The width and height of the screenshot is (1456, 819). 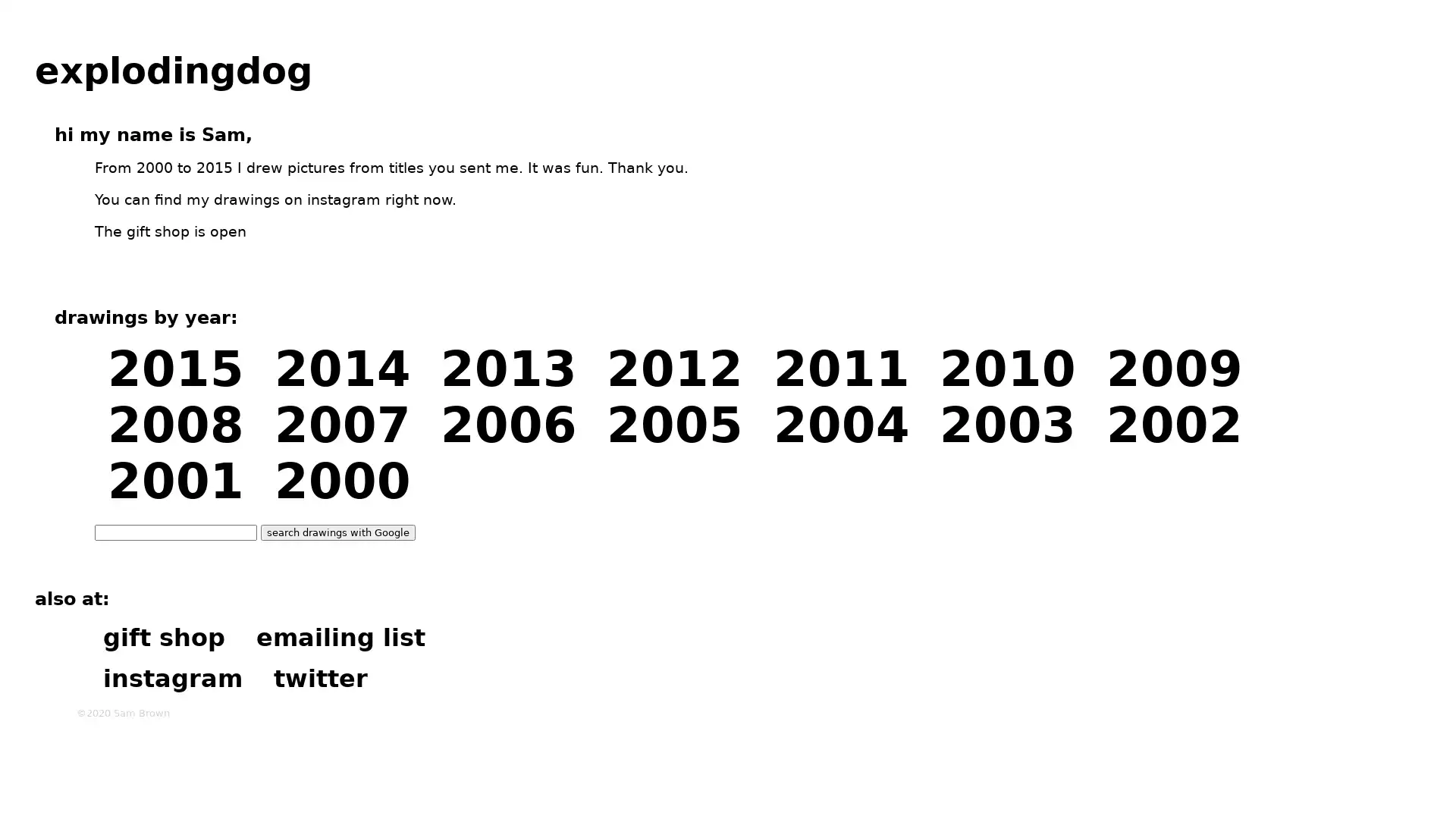 I want to click on search drawings with Google, so click(x=337, y=531).